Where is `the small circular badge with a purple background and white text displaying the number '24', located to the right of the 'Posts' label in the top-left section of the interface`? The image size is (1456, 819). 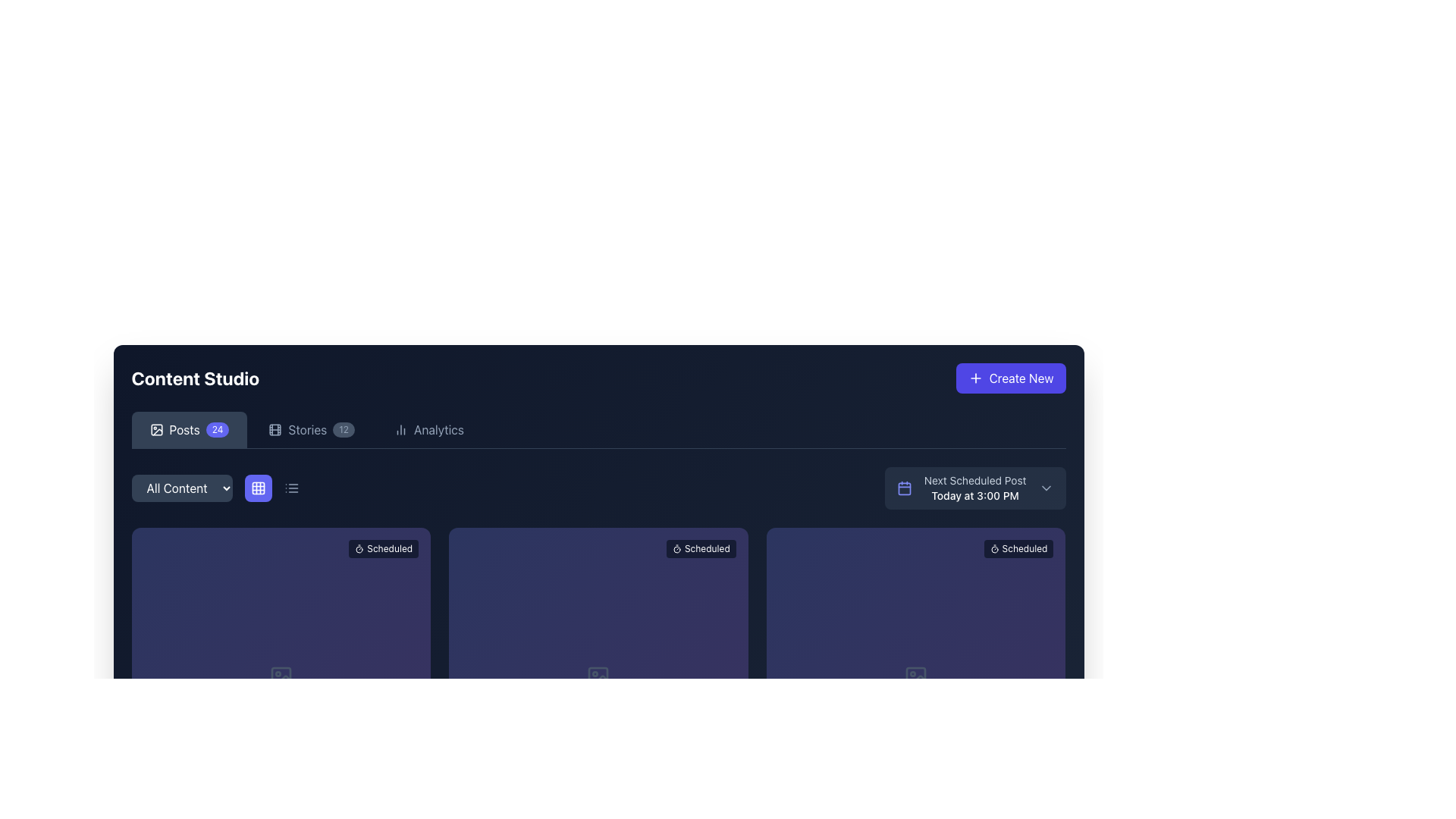
the small circular badge with a purple background and white text displaying the number '24', located to the right of the 'Posts' label in the top-left section of the interface is located at coordinates (217, 430).